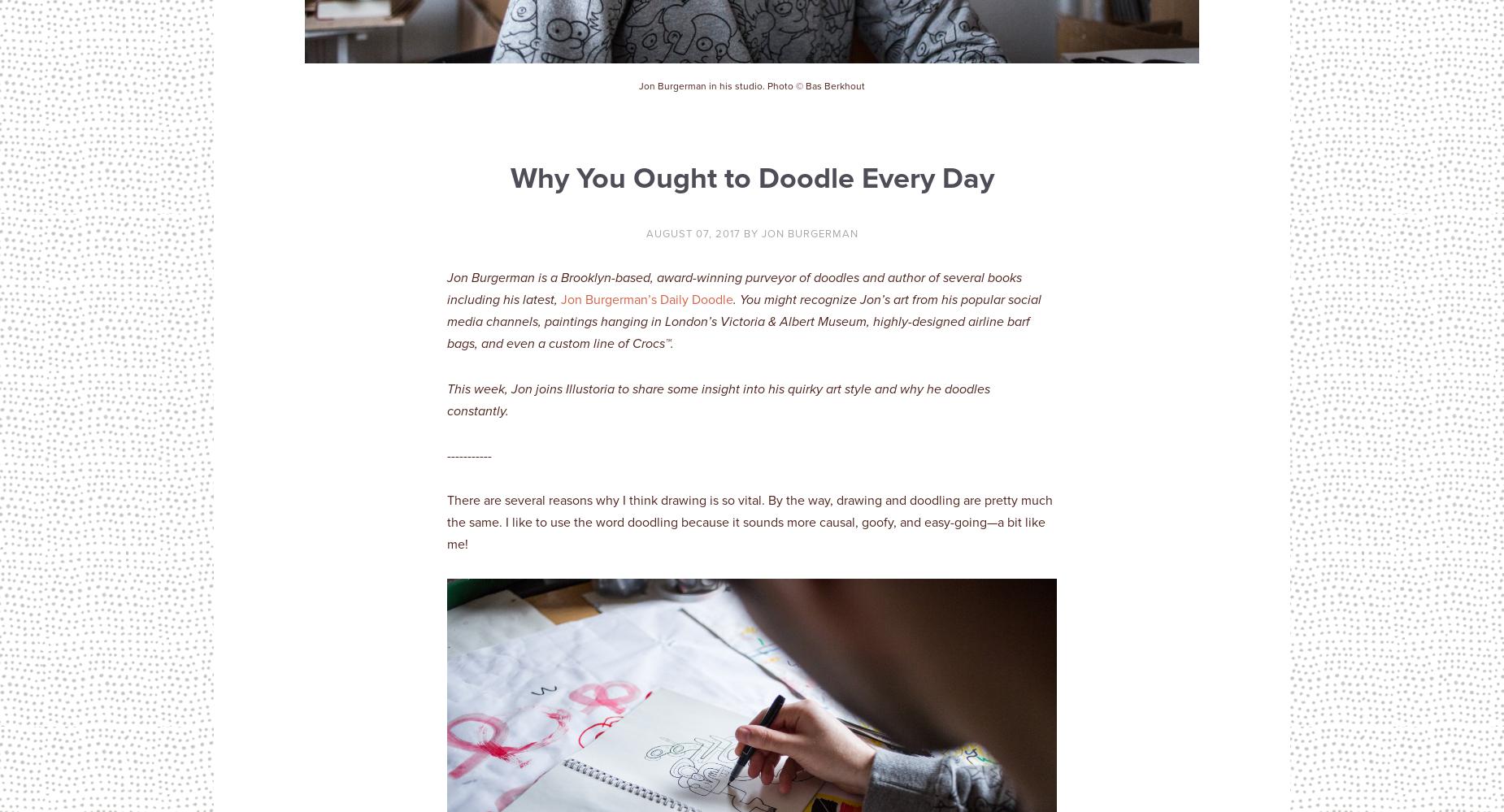  I want to click on 'Jon Burgerman is a Brooklyn-based, award-winning purveyor of doodles and author of several books including his latest,', so click(734, 288).